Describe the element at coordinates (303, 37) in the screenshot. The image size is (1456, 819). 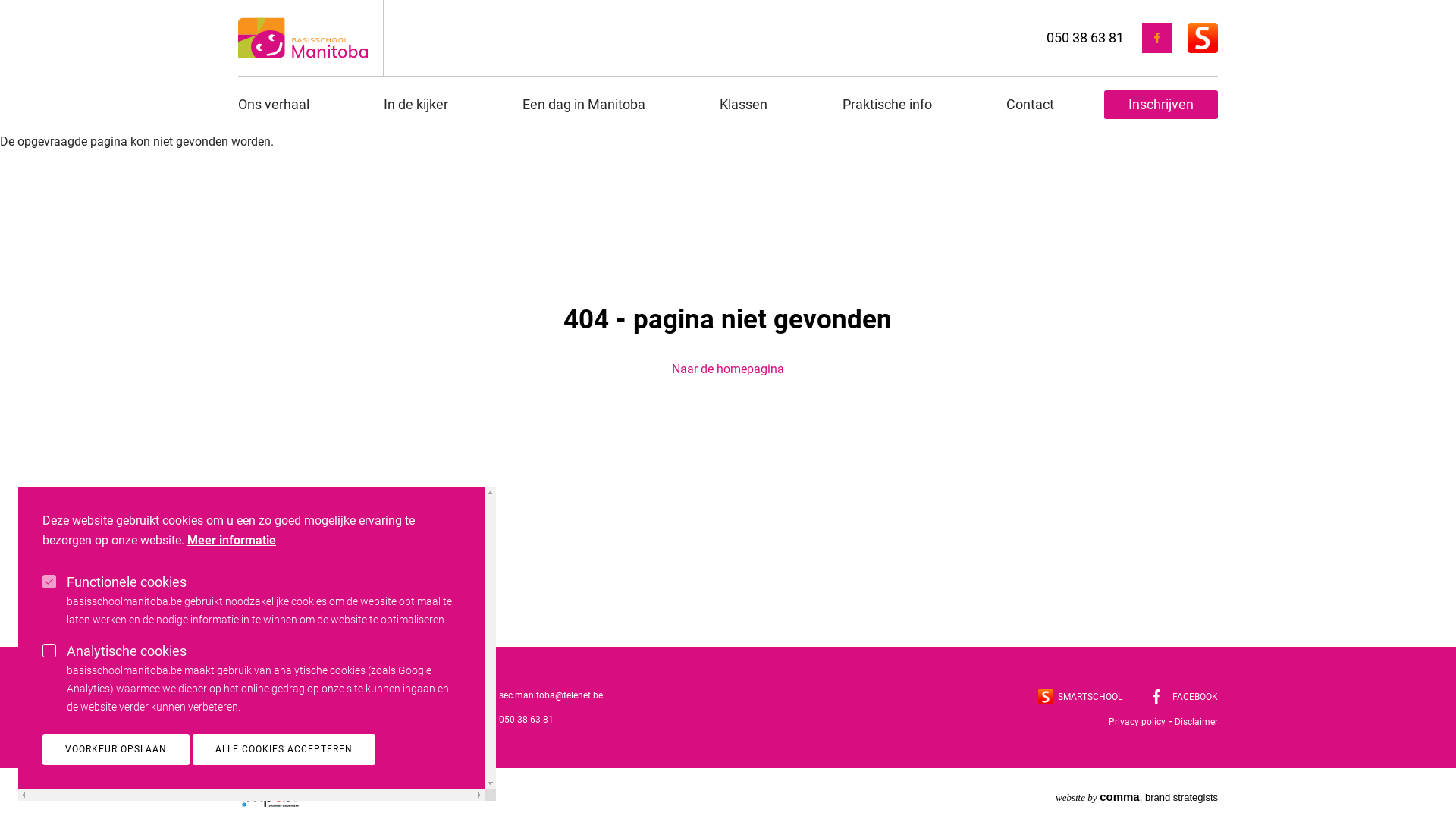
I see `'Manitoba'` at that location.